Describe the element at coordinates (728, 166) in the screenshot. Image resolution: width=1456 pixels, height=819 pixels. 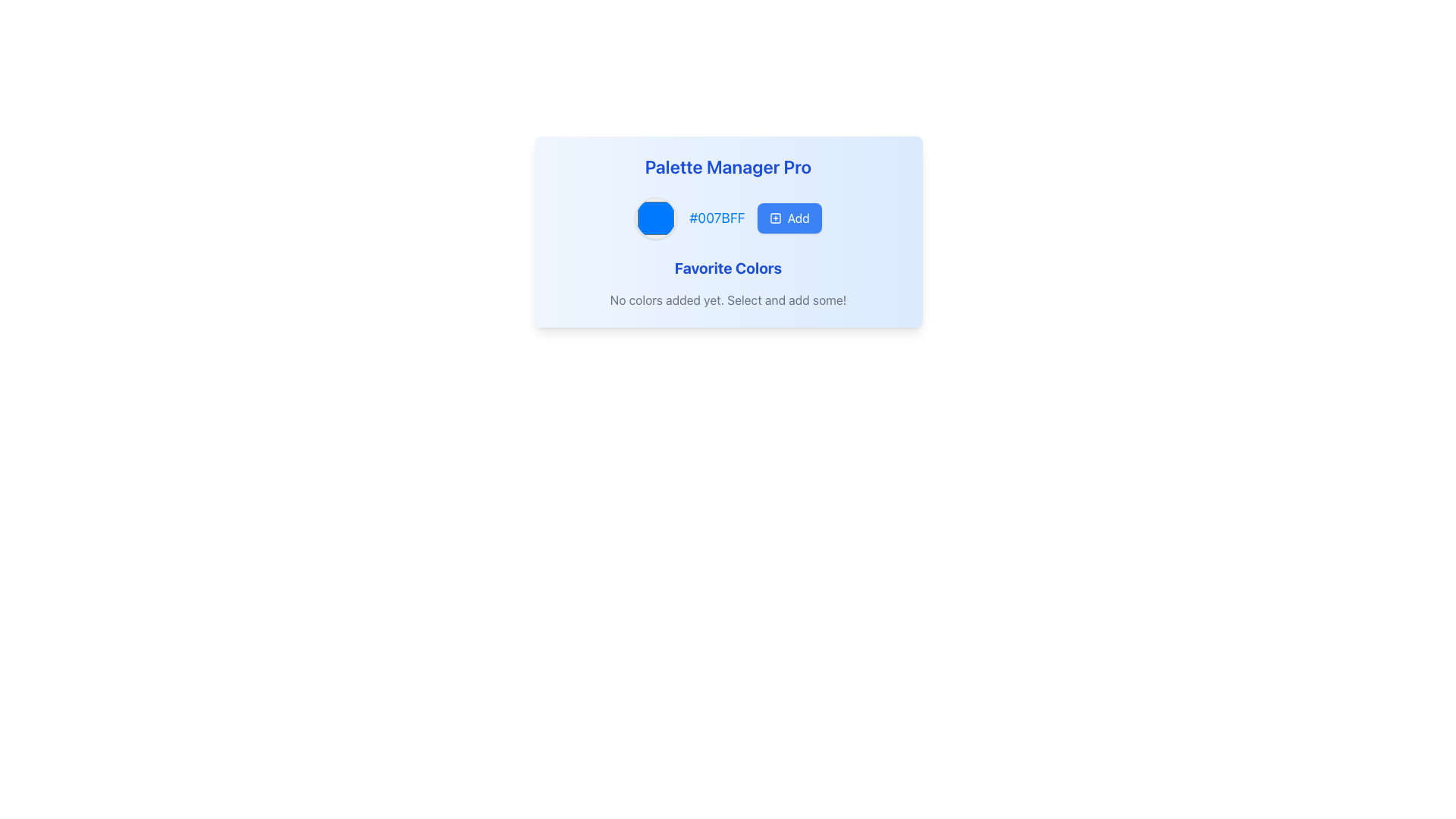
I see `title text that serves as the heading for the content within the rounded blue-gradient box, located at the top center of the card layout` at that location.